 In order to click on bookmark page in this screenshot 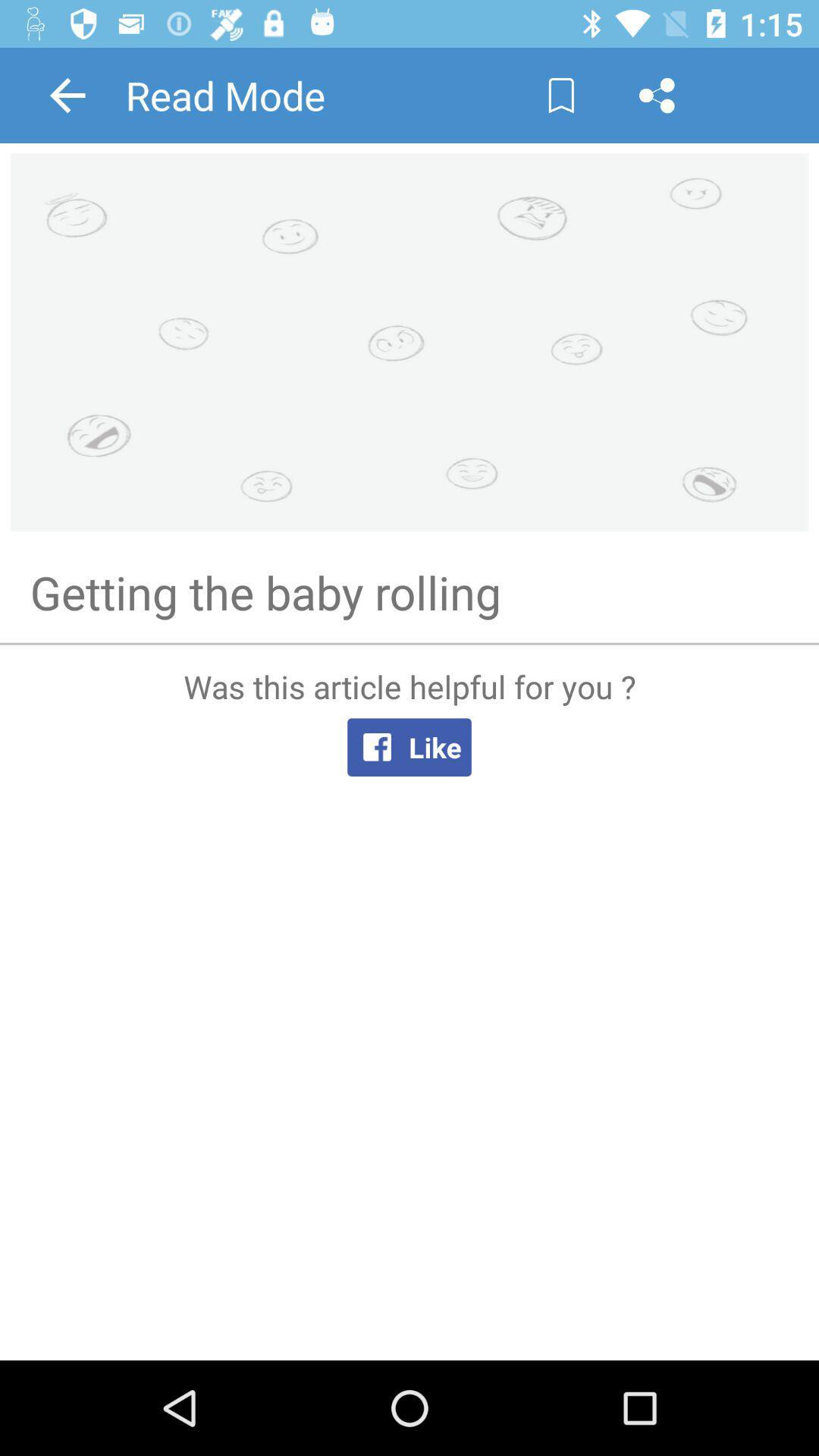, I will do `click(561, 94)`.